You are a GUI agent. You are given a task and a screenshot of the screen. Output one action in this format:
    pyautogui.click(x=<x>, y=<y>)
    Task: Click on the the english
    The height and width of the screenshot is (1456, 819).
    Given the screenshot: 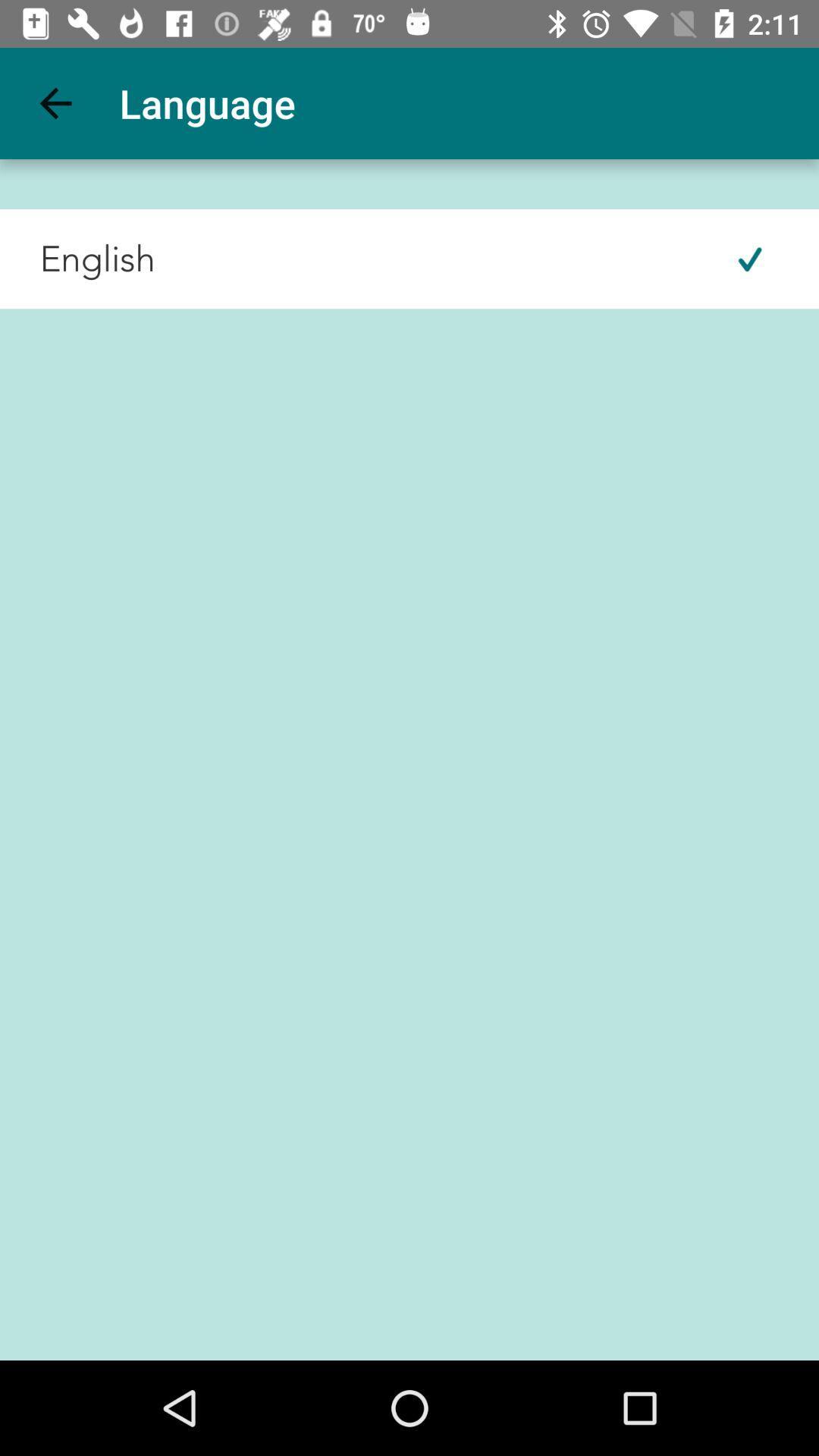 What is the action you would take?
    pyautogui.click(x=77, y=259)
    